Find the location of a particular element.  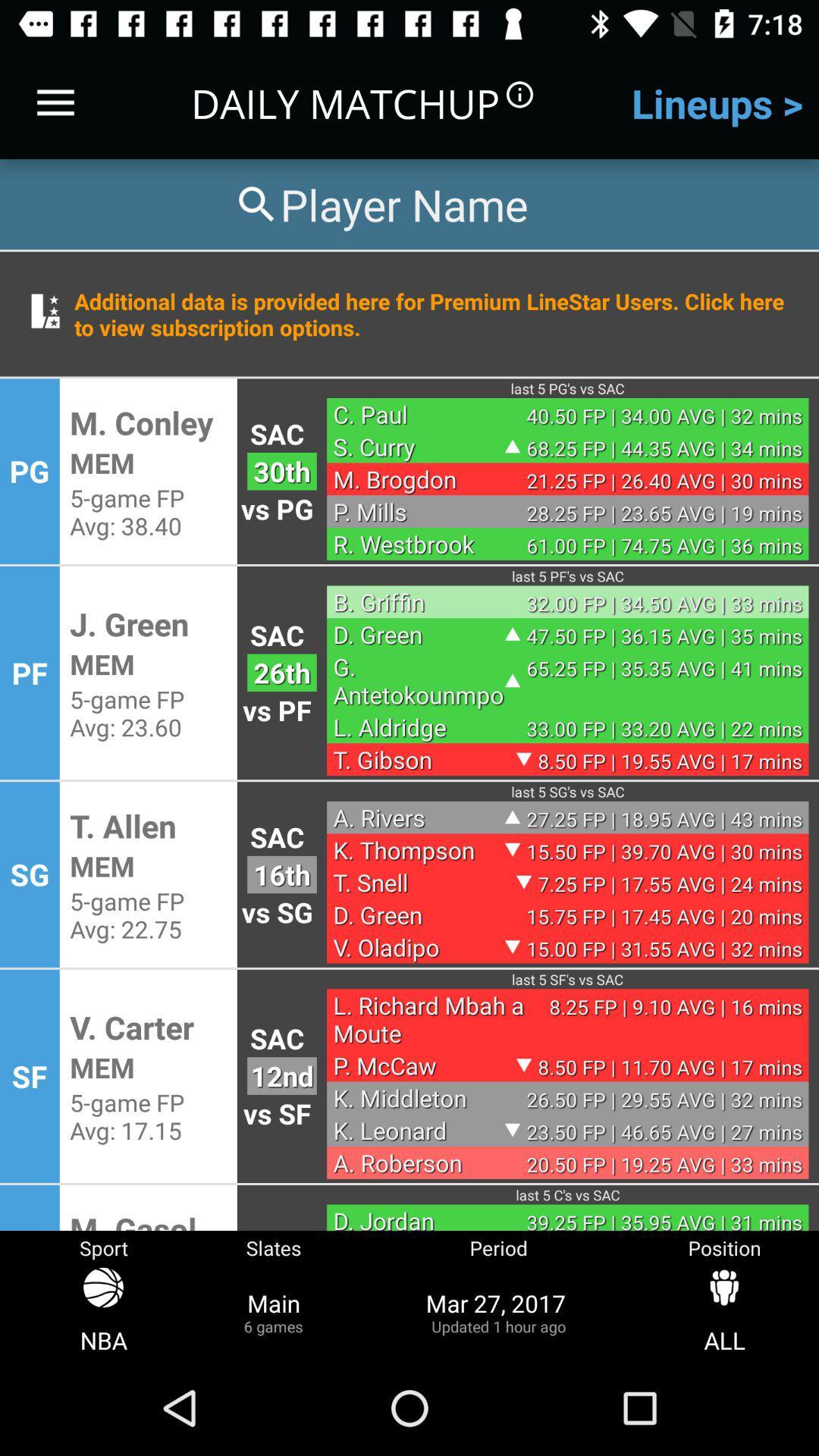

the icon above the vs sg item is located at coordinates (281, 874).